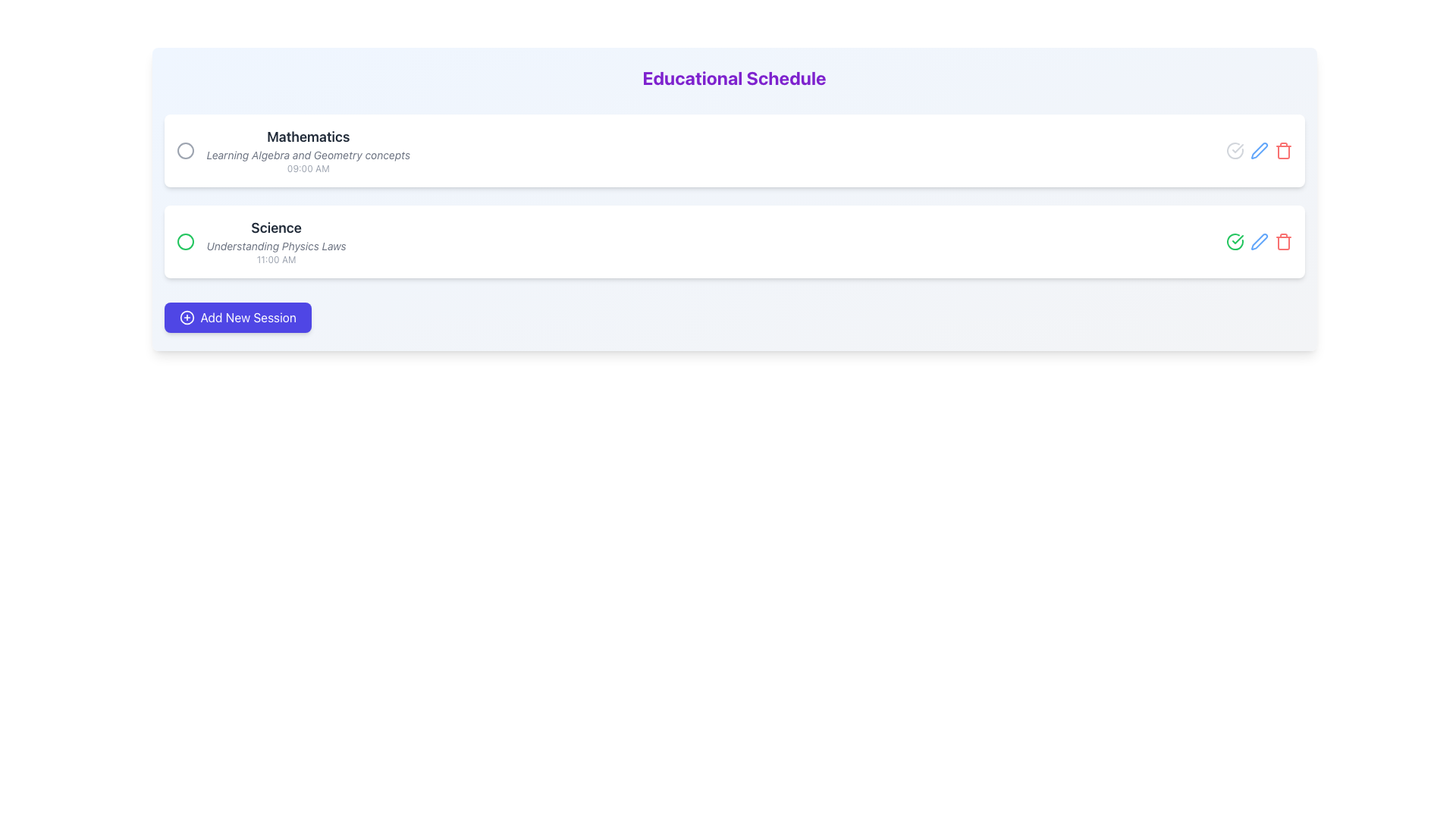  Describe the element at coordinates (248, 317) in the screenshot. I see `the 'Add New Session' button located at the bottom-left of the content section, which is identified by its accompanying icon of a circle with a plus symbol` at that location.